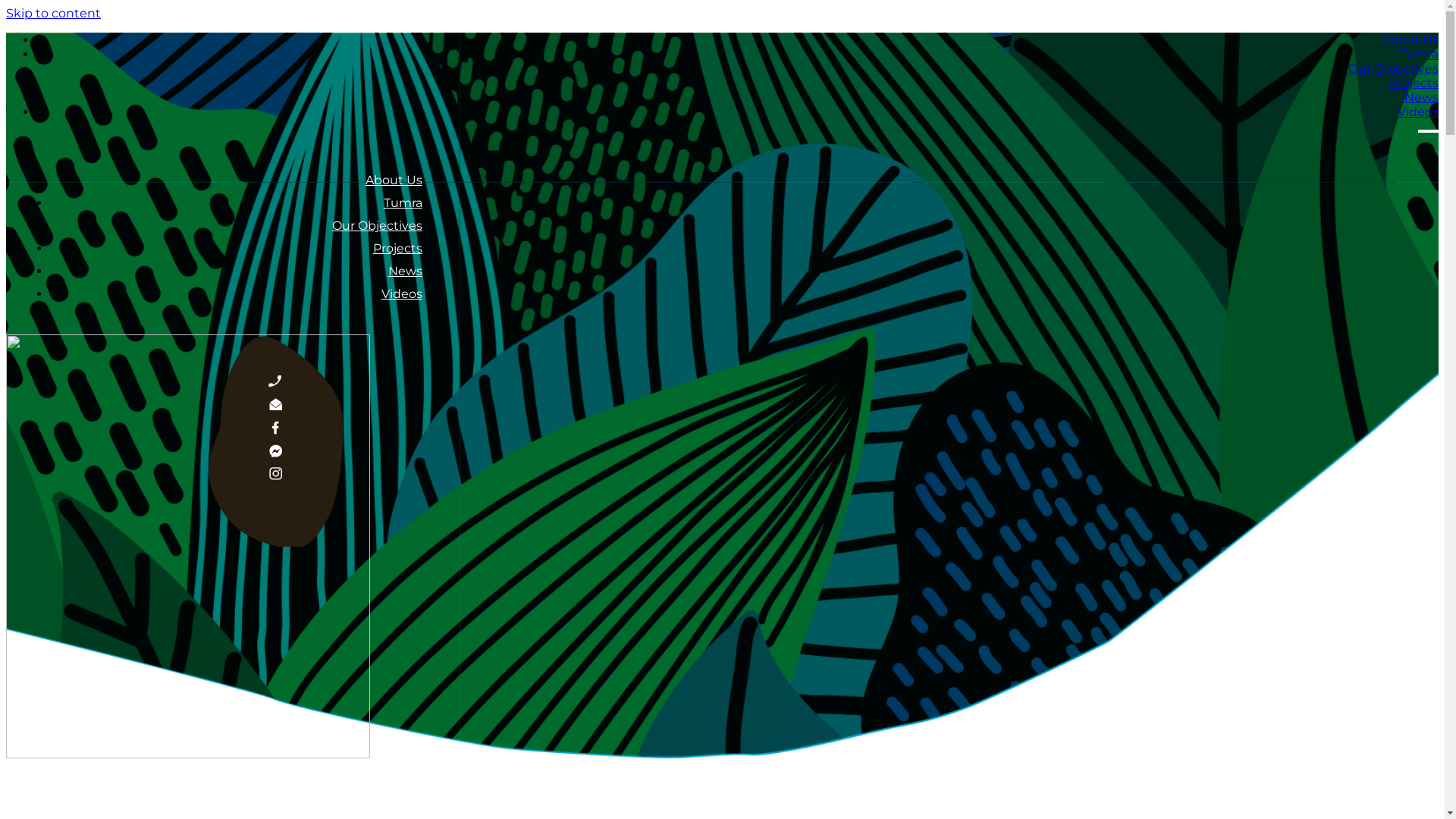  Describe the element at coordinates (1418, 53) in the screenshot. I see `'Tumra'` at that location.